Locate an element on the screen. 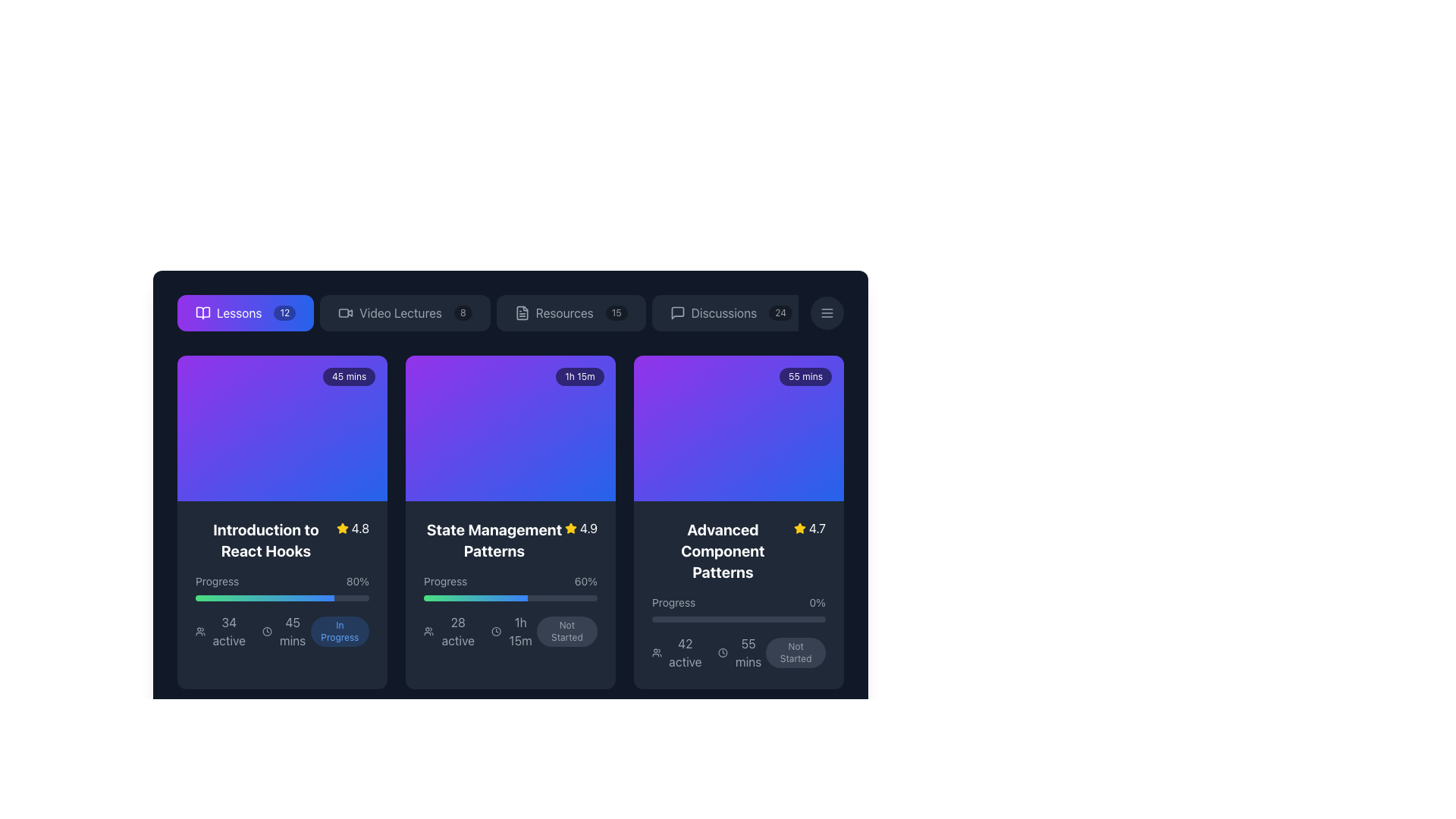 This screenshot has height=819, width=1456. the 'Resources' button located in the horizontal menu bar, the third item from the left is located at coordinates (570, 312).